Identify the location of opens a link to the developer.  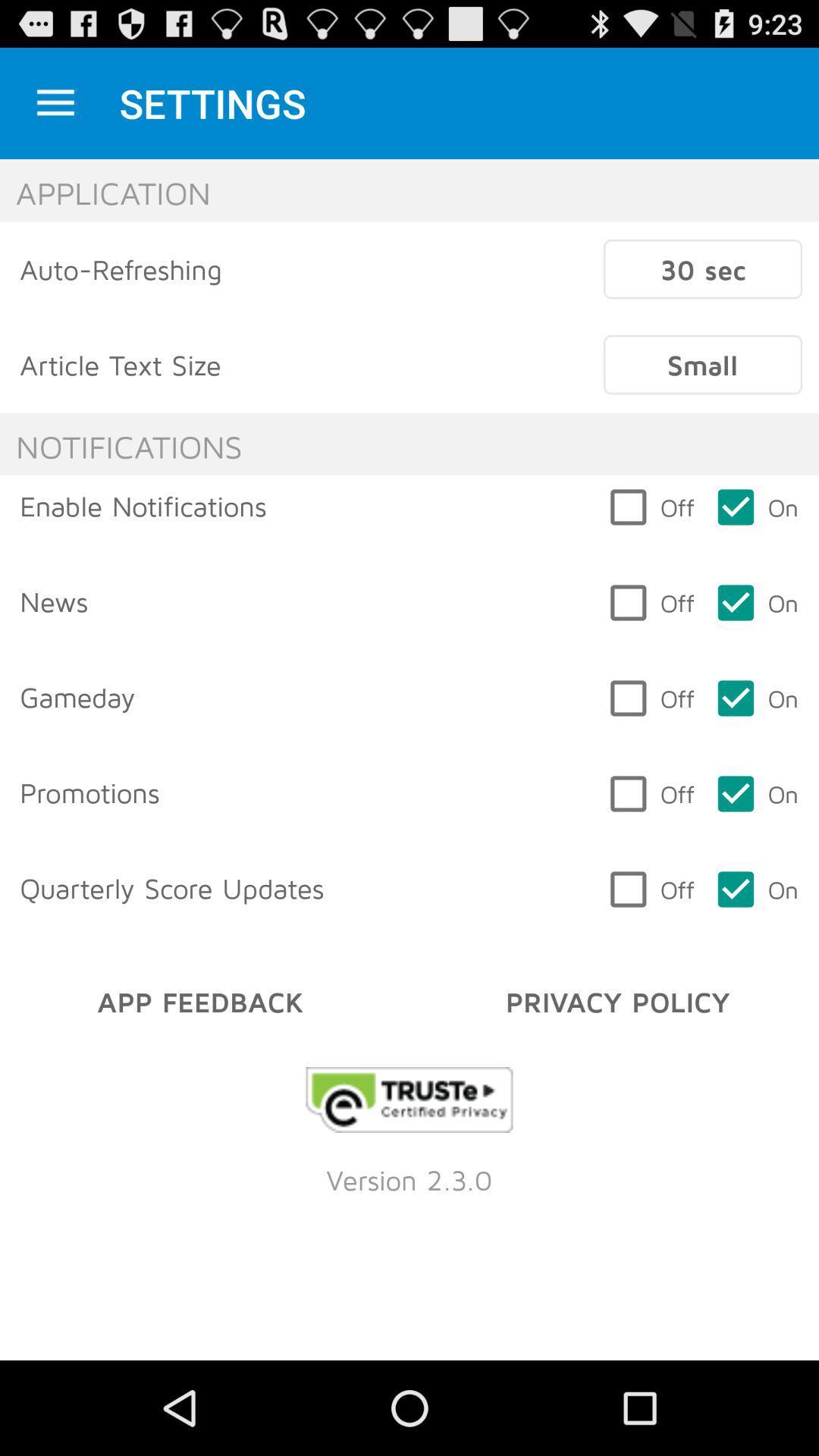
(409, 1100).